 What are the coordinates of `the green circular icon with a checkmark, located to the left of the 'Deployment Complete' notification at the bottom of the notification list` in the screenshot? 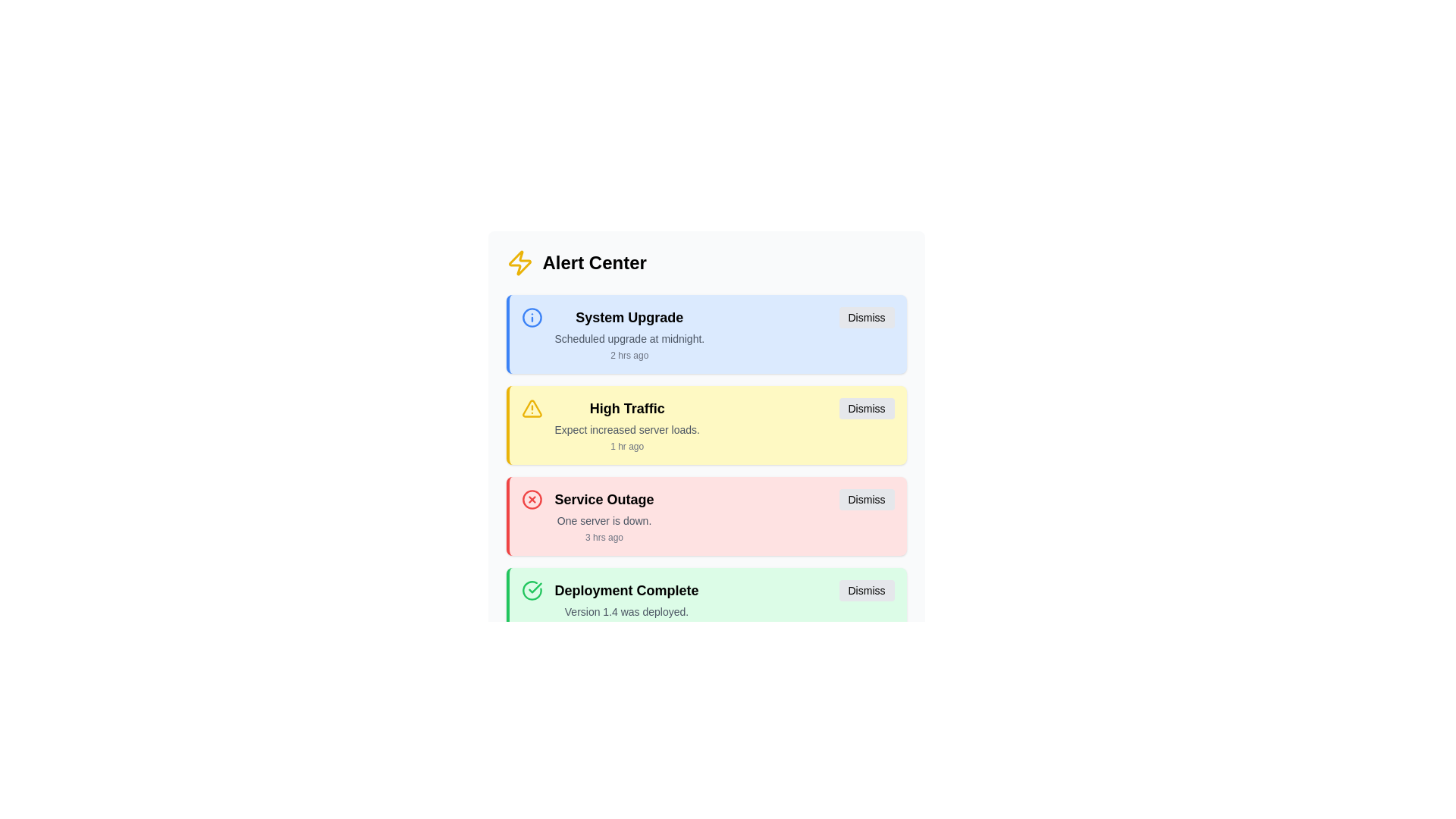 It's located at (532, 590).